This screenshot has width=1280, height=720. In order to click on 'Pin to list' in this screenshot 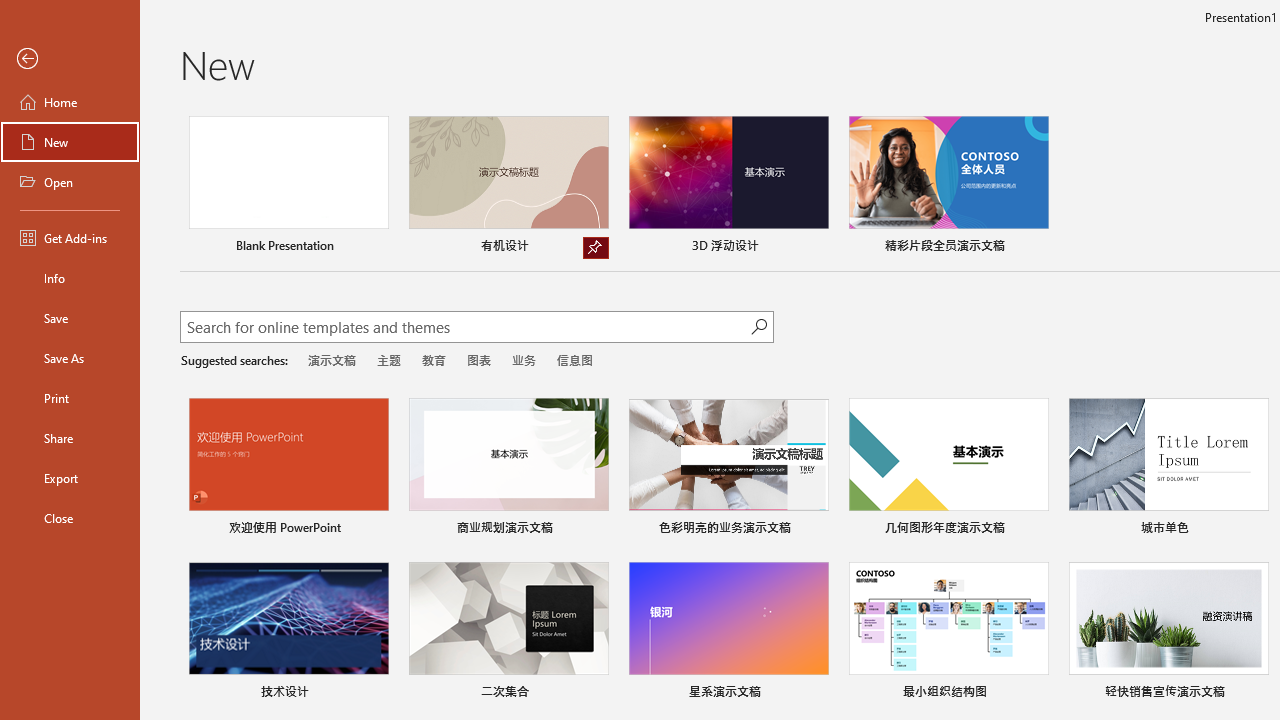, I will do `click(1254, 693)`.